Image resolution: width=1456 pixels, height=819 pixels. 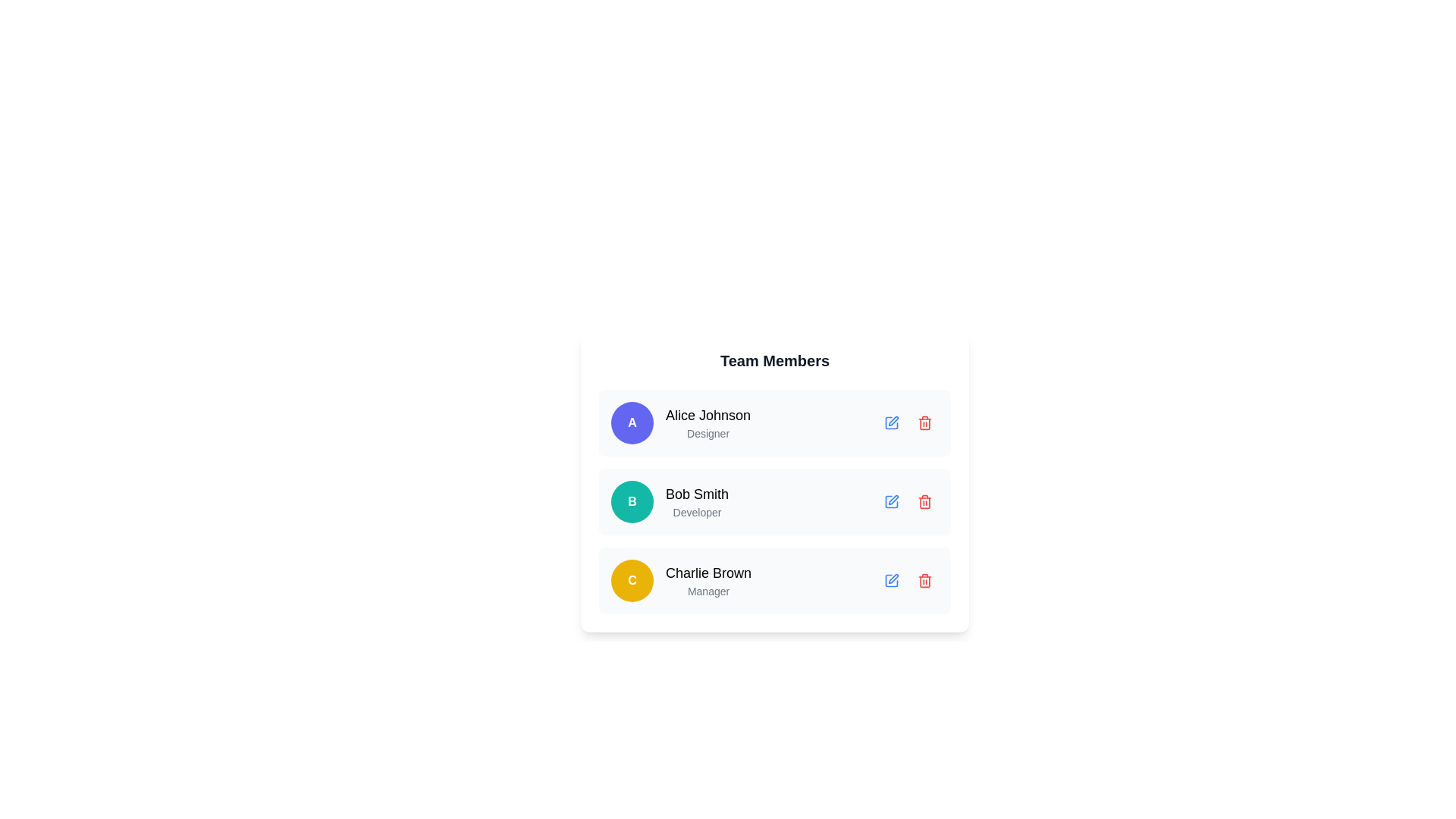 I want to click on name of the team member displayed in the text label located in the first entry under the 'Team Members' heading, which is positioned slightly right of the circular icon with the letter 'A', so click(x=708, y=415).